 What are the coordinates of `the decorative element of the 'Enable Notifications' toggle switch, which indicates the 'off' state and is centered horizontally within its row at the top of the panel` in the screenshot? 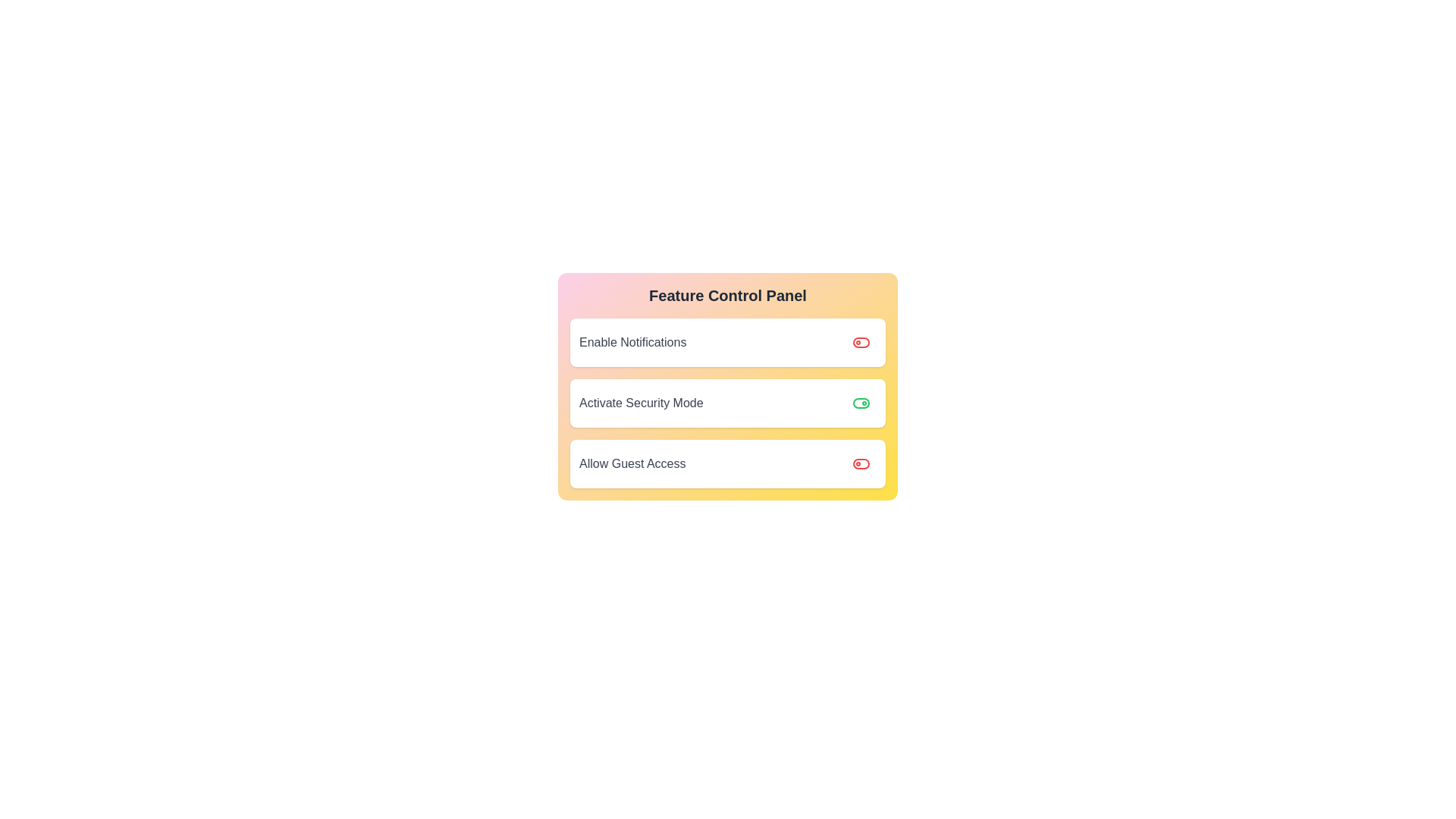 It's located at (861, 463).